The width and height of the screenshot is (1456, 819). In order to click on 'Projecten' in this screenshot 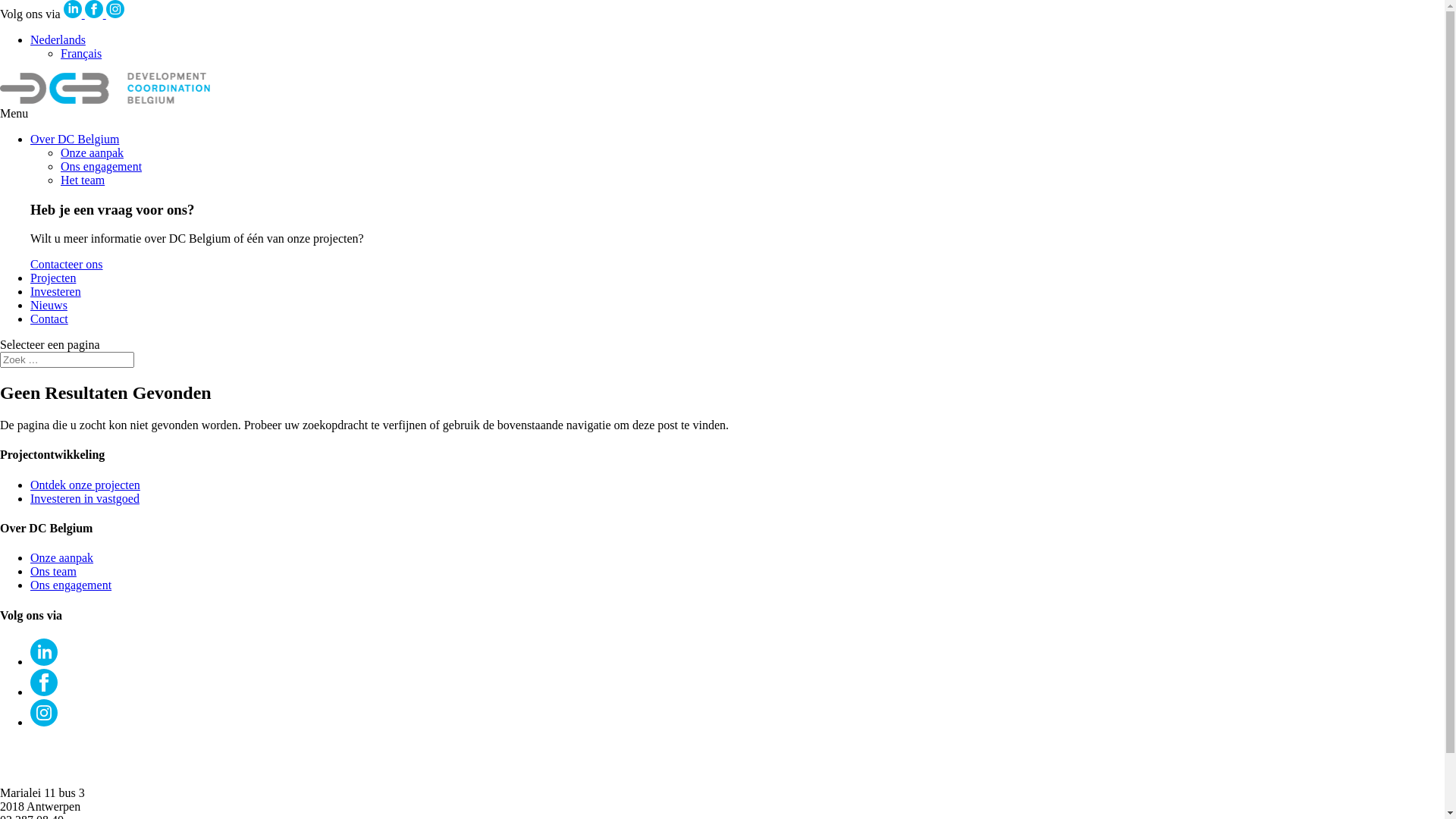, I will do `click(30, 278)`.